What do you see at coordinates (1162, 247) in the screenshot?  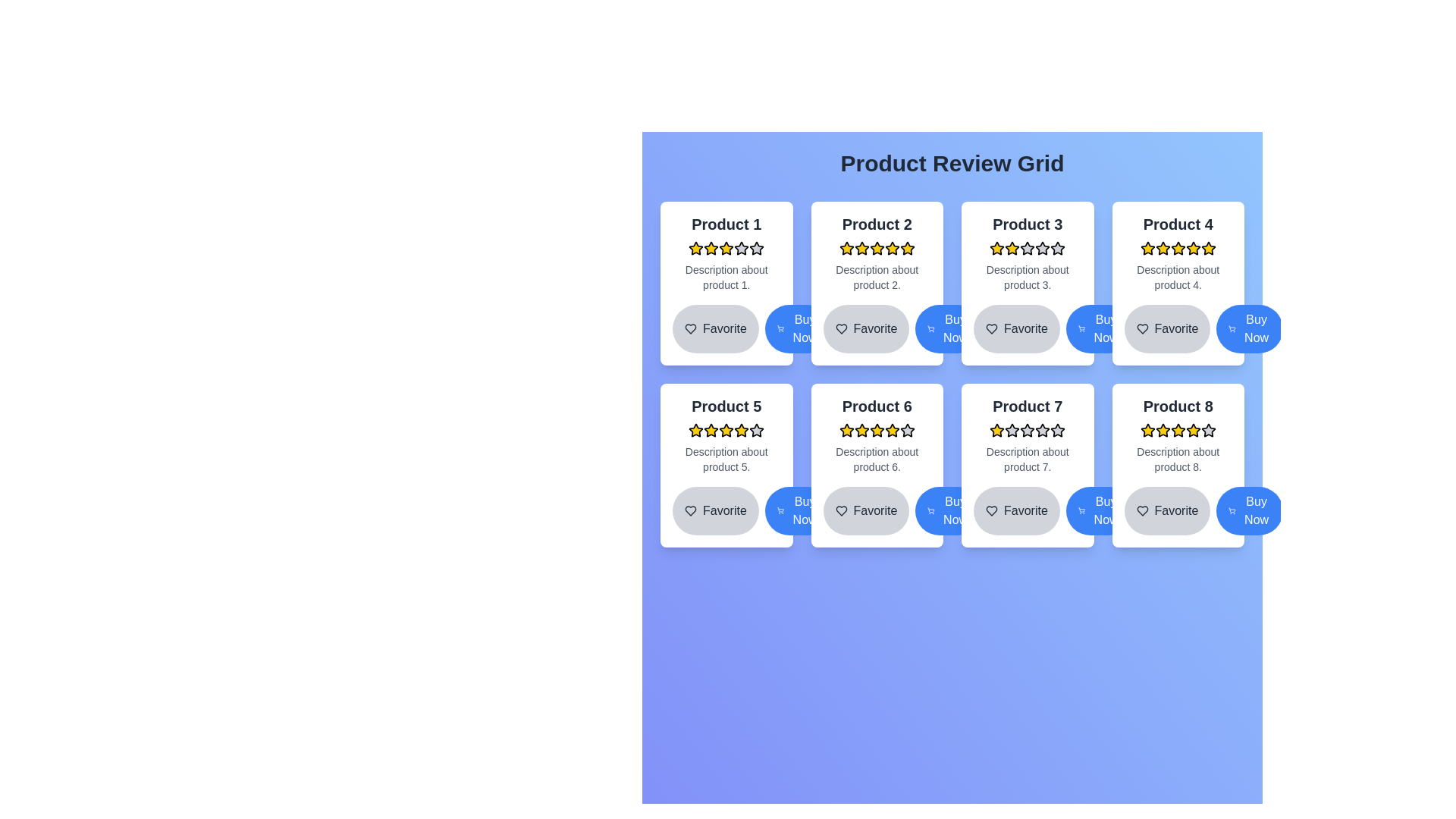 I see `on the fourth star icon in the five-star rating system for 'Product 4'` at bounding box center [1162, 247].